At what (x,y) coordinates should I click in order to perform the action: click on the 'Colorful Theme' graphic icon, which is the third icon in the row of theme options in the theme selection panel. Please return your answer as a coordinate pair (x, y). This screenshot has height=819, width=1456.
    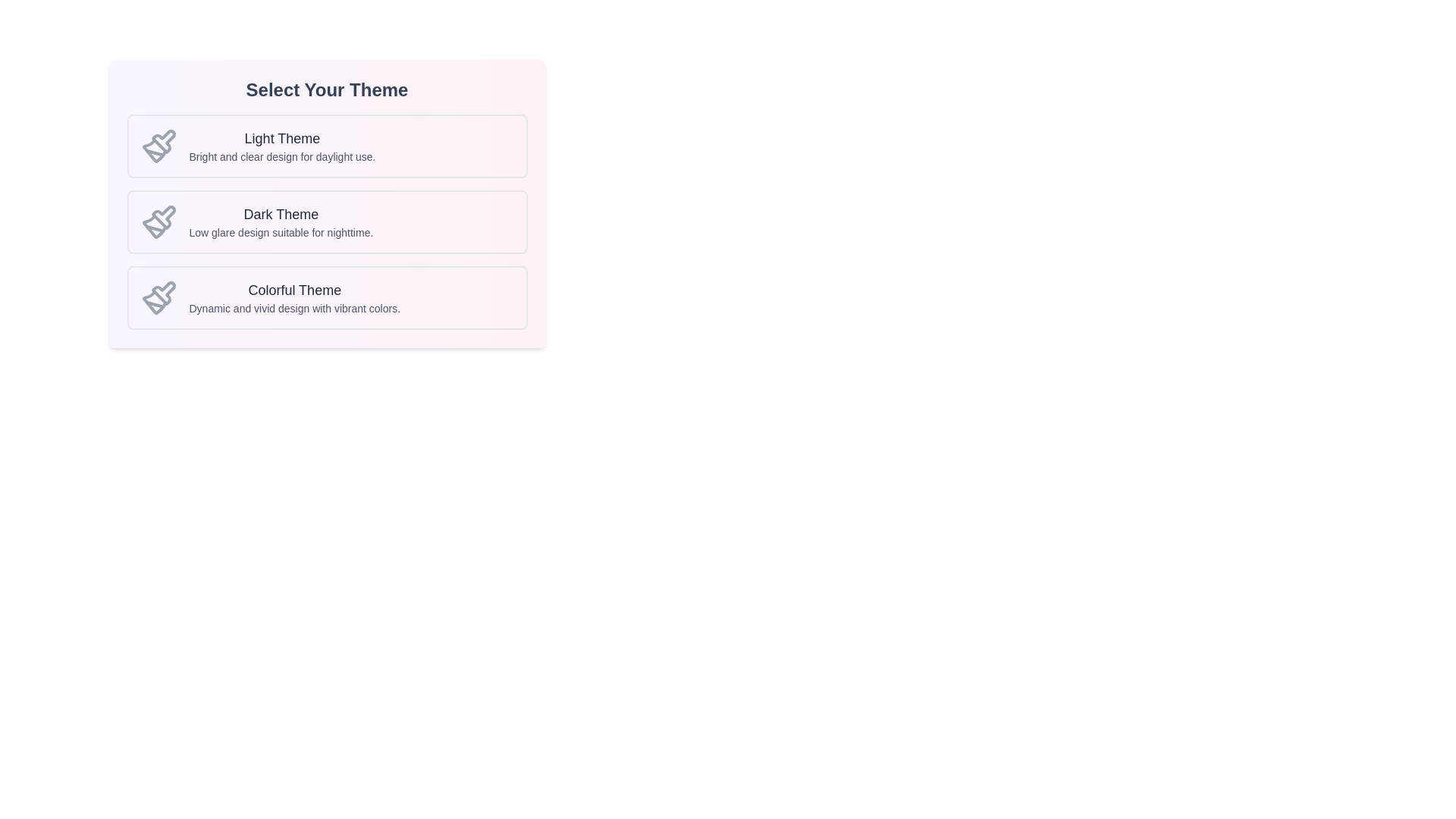
    Looking at the image, I should click on (154, 302).